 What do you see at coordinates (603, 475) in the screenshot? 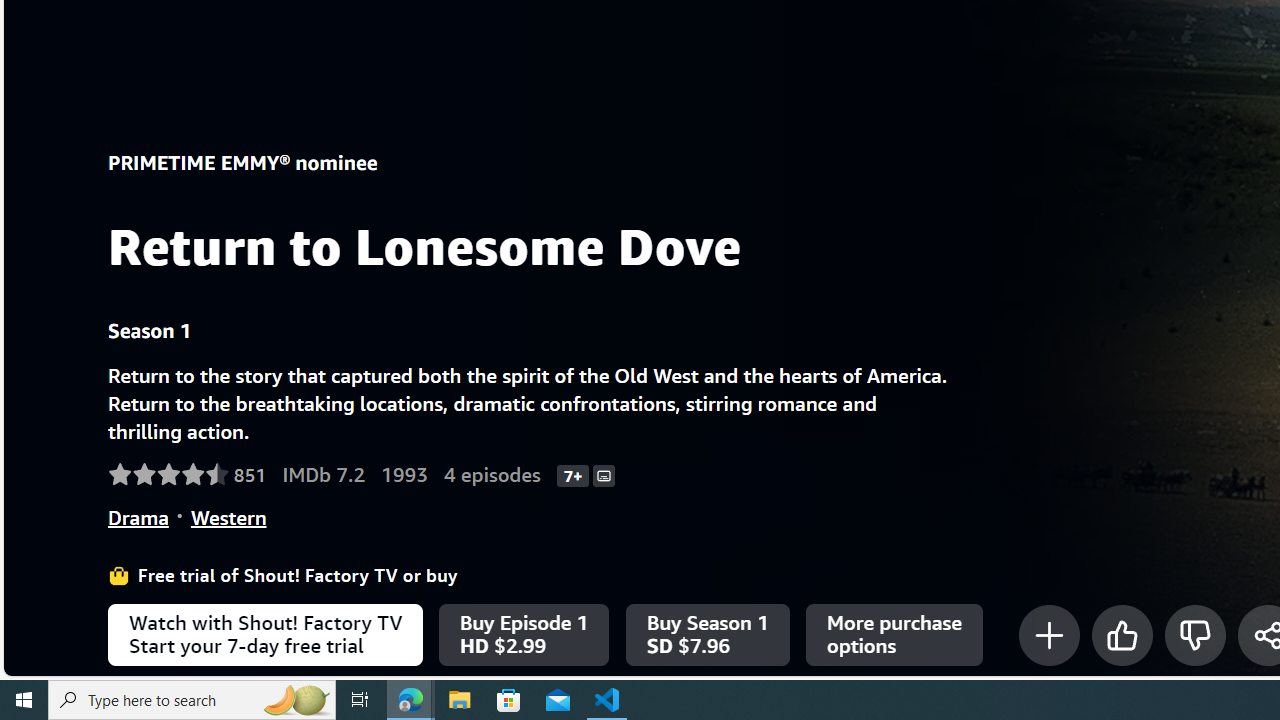
I see `'Subtitles'` at bounding box center [603, 475].